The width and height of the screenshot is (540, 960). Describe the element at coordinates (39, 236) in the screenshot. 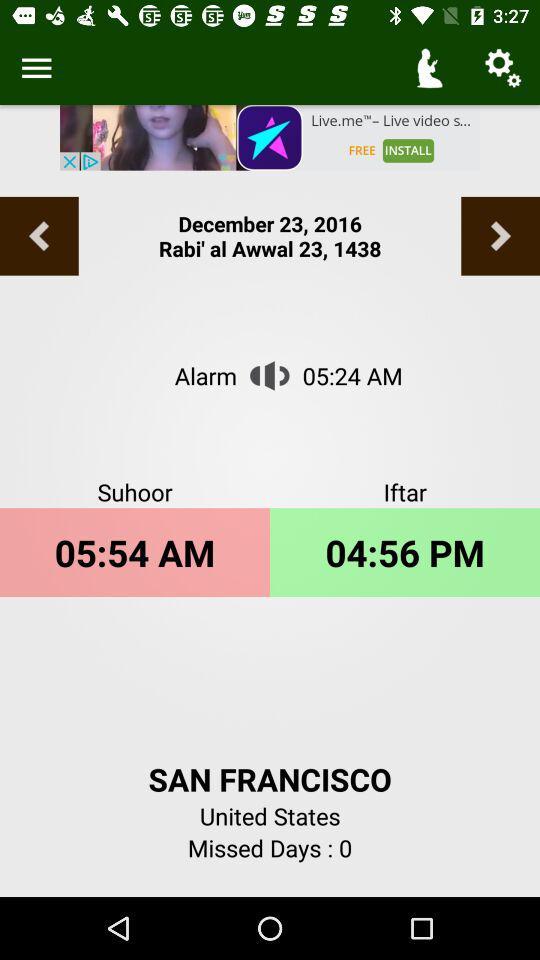

I see `previous screen` at that location.